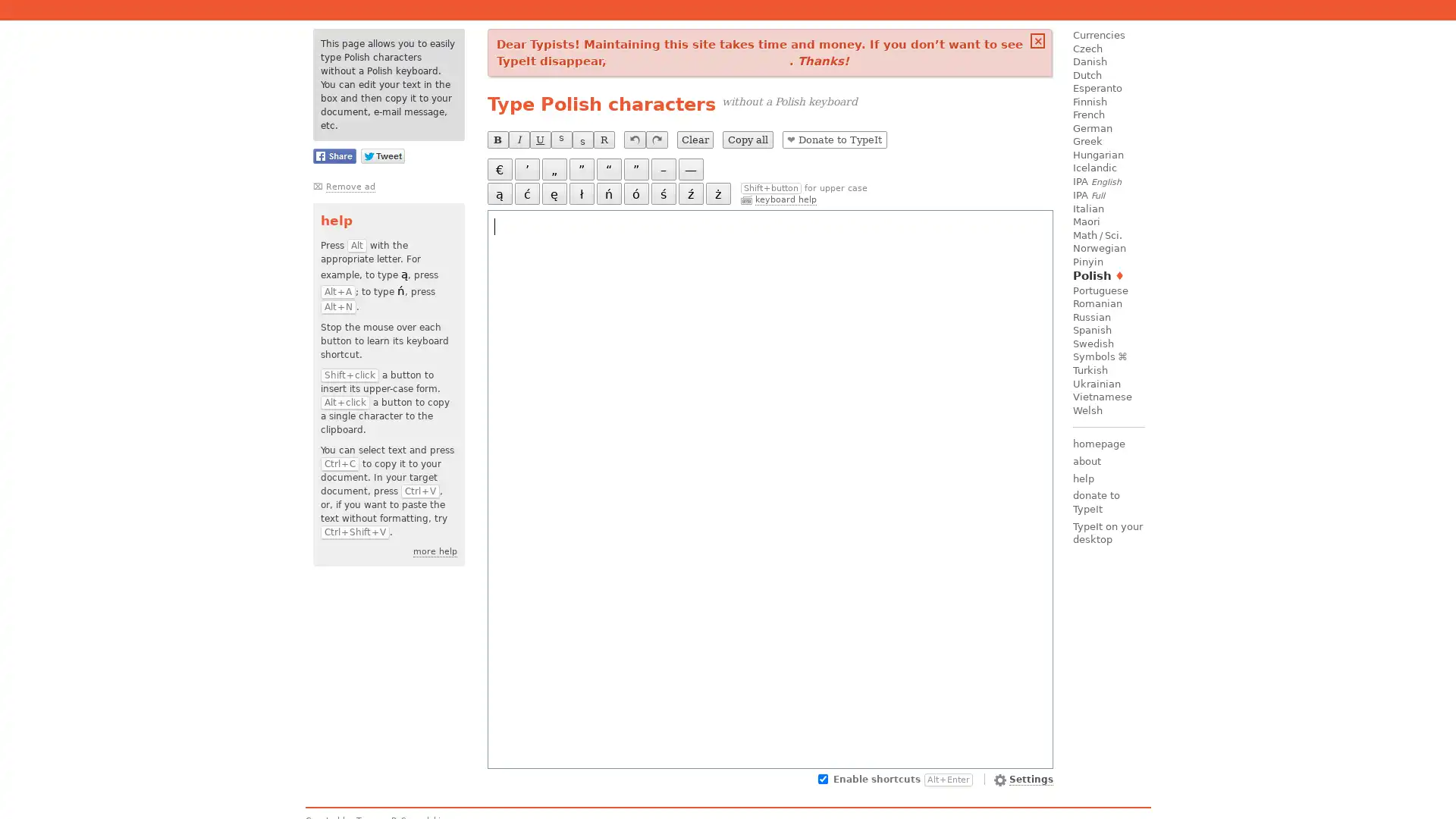 This screenshot has height=819, width=1456. I want to click on redo last undone operation (Ctrl+Y), so click(656, 140).